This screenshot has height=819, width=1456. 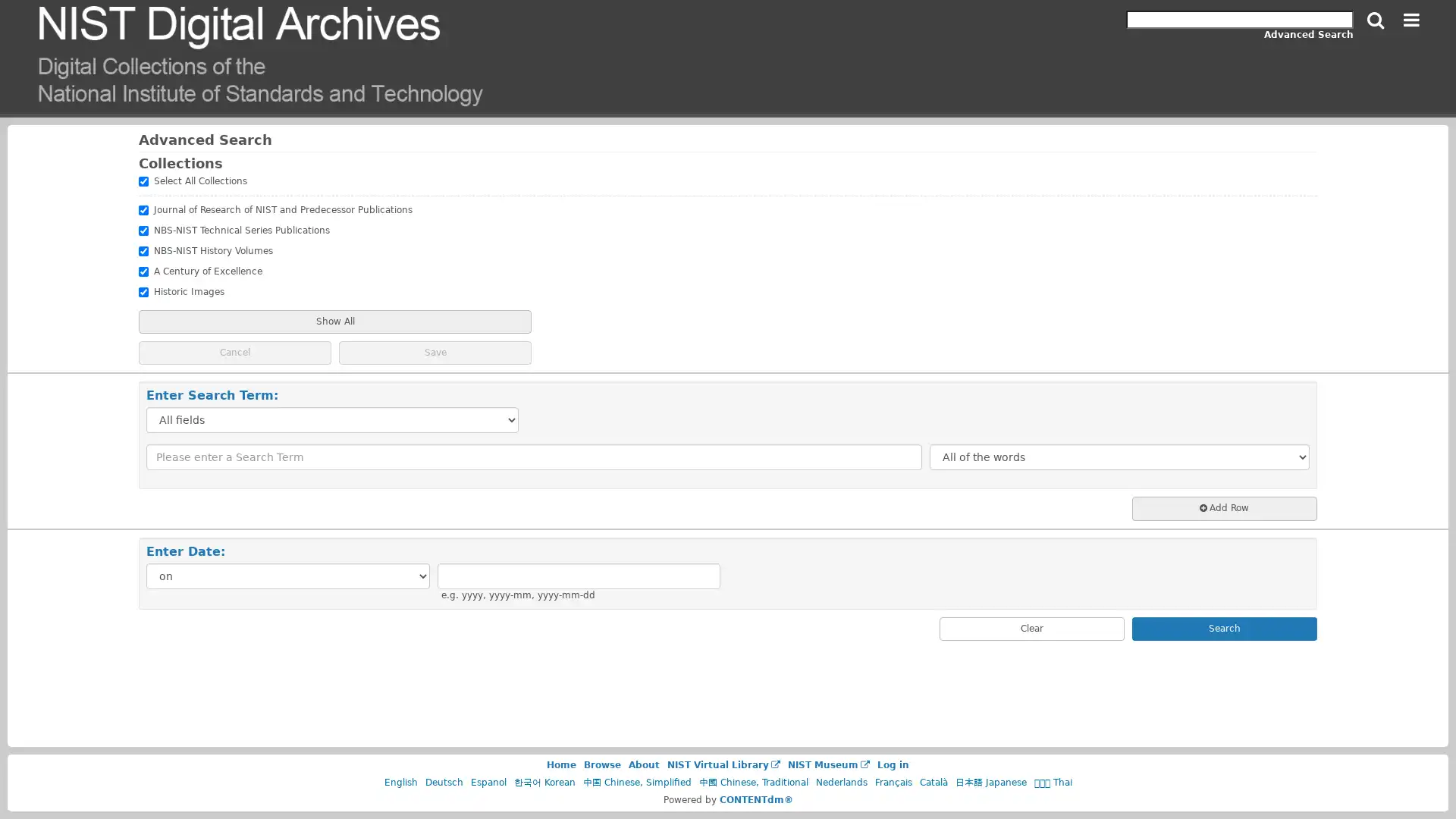 I want to click on Search, so click(x=1376, y=20).